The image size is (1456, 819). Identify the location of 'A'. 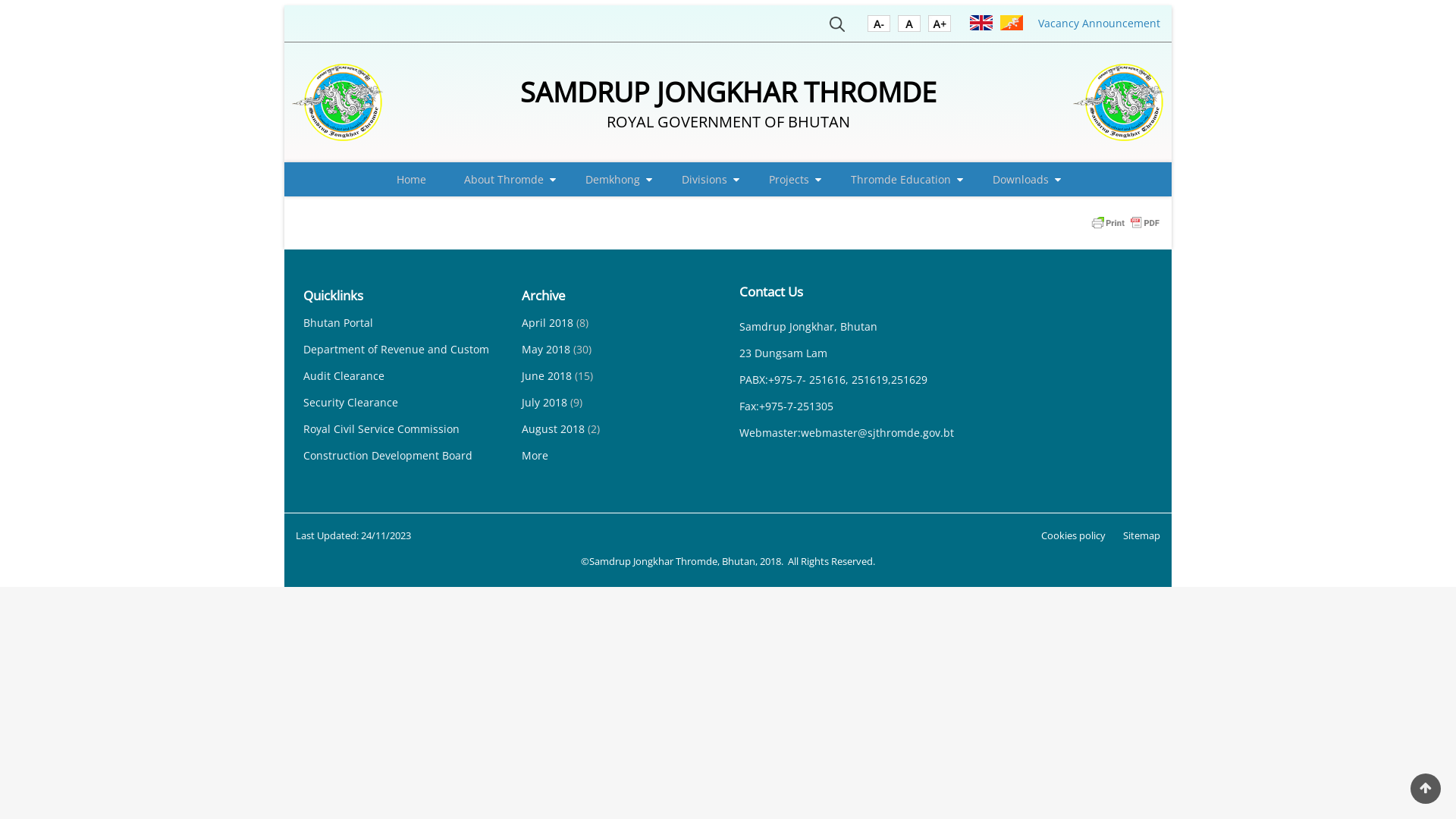
(898, 26).